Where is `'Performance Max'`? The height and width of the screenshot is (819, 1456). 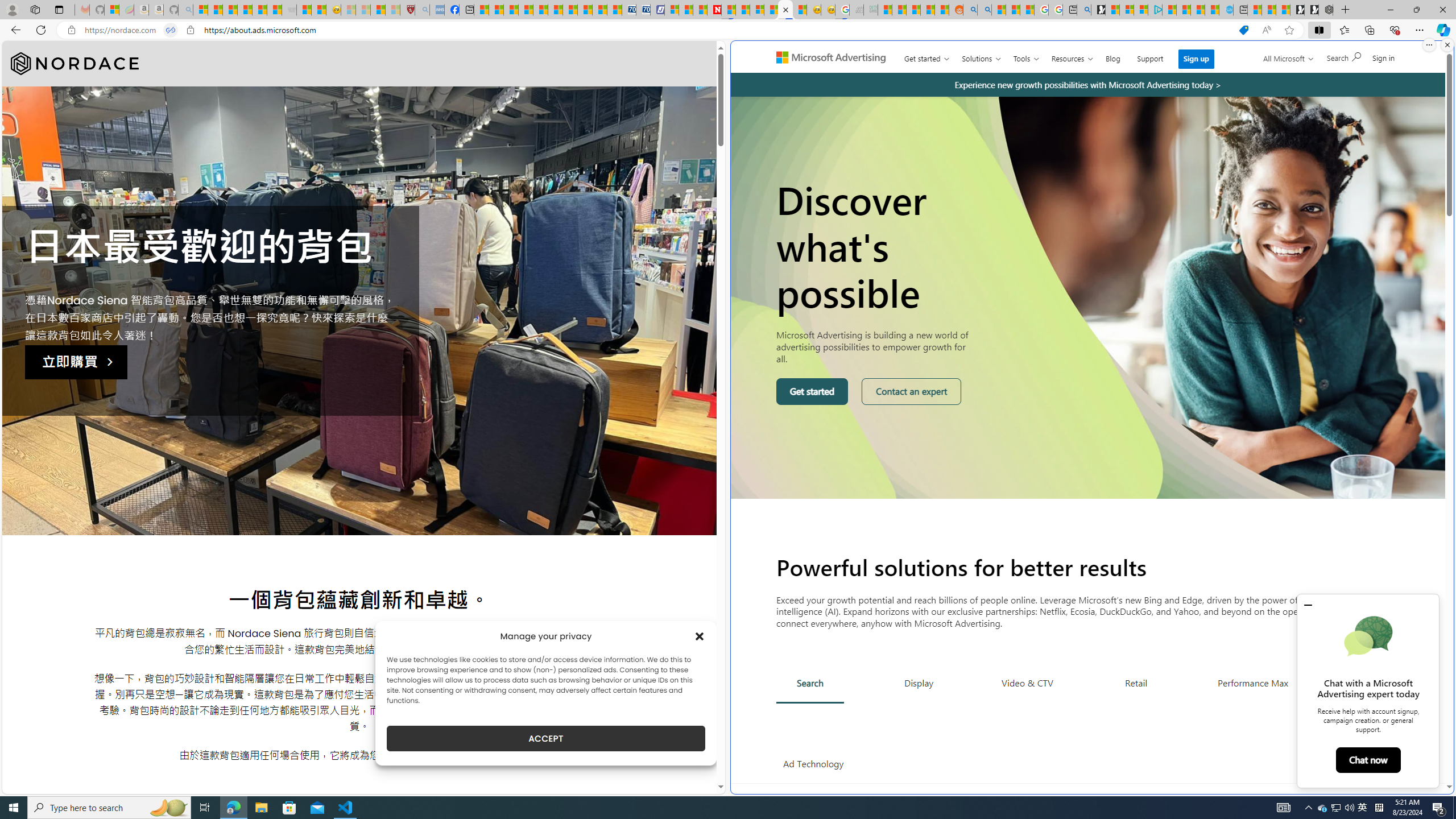 'Performance Max' is located at coordinates (1252, 682).